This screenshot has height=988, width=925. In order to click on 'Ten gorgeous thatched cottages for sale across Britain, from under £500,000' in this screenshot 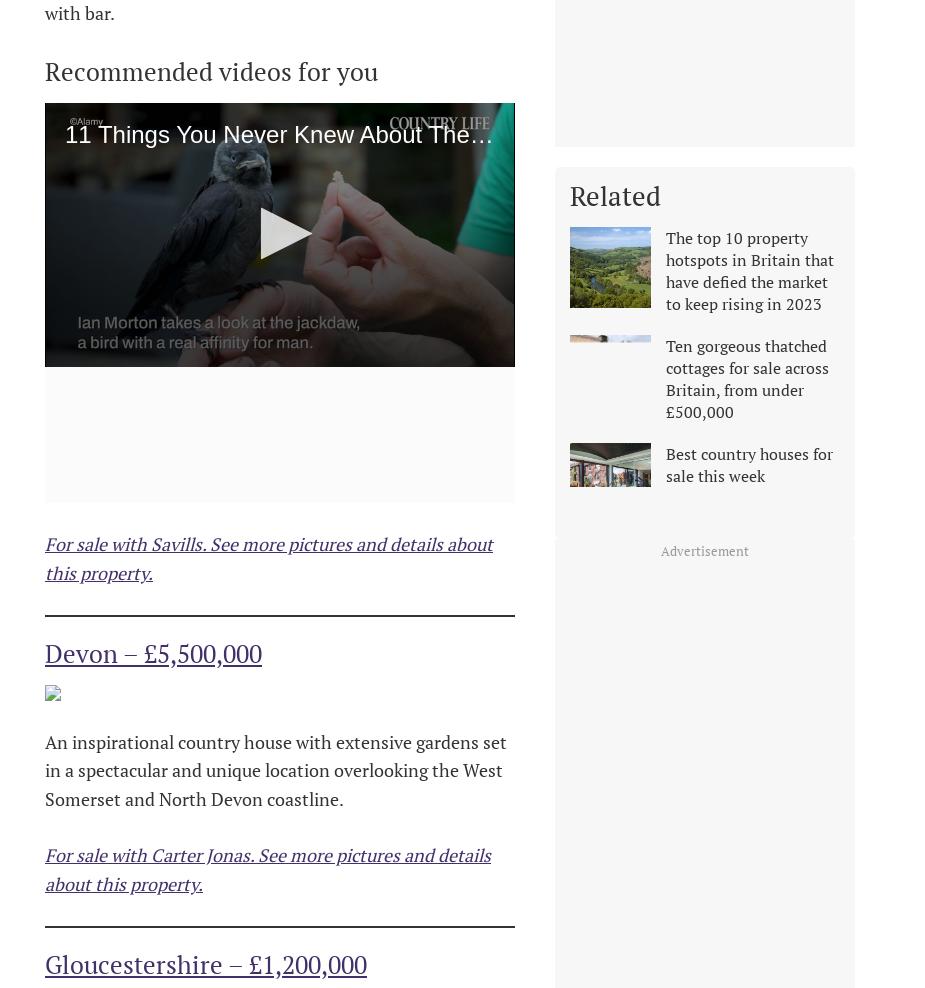, I will do `click(747, 377)`.